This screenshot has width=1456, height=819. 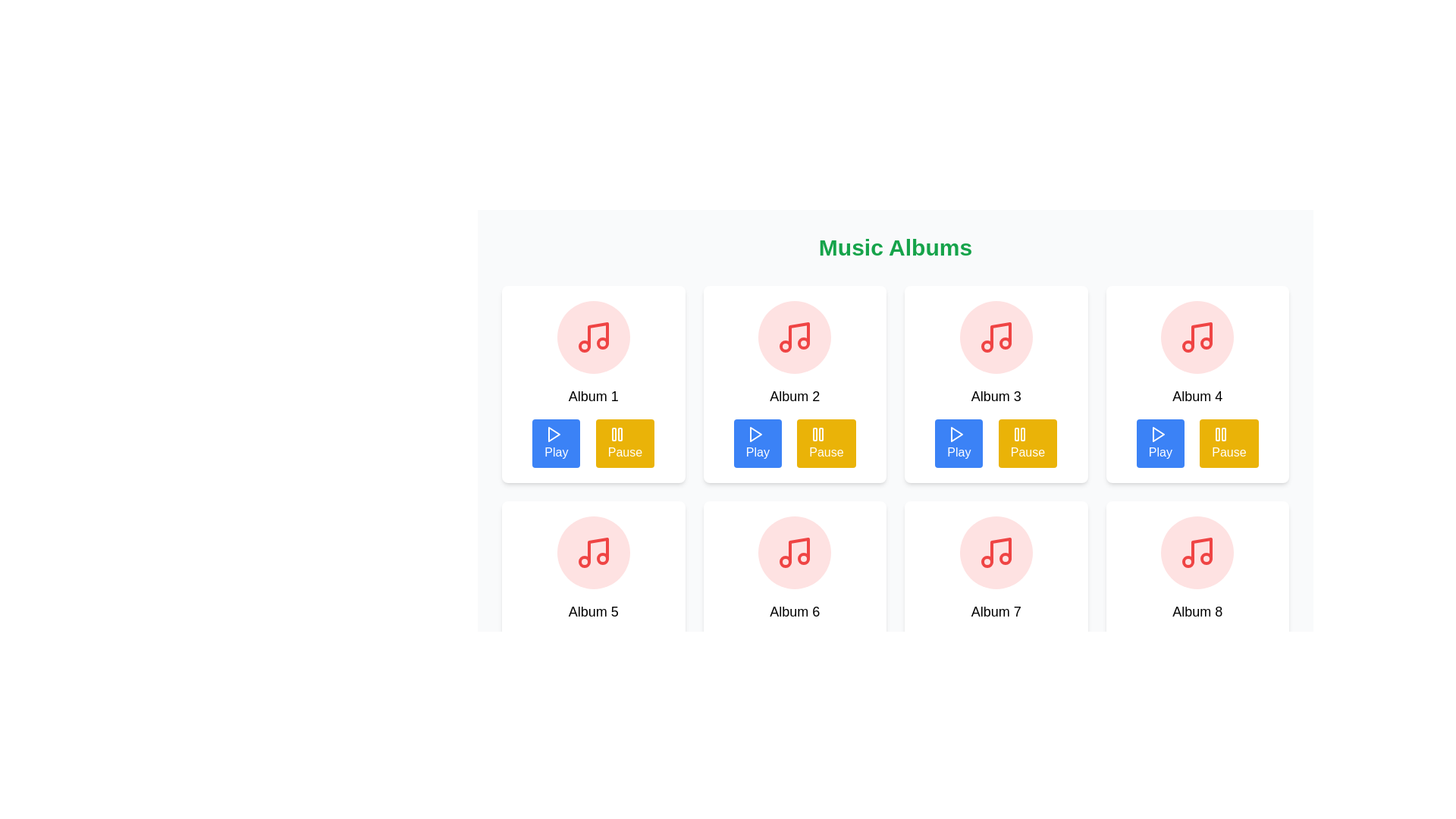 I want to click on the music-related icon representing the album 'Album 7', located centrally in the circular area at the top of the card in the second row, third column of the grid layout, so click(x=996, y=553).